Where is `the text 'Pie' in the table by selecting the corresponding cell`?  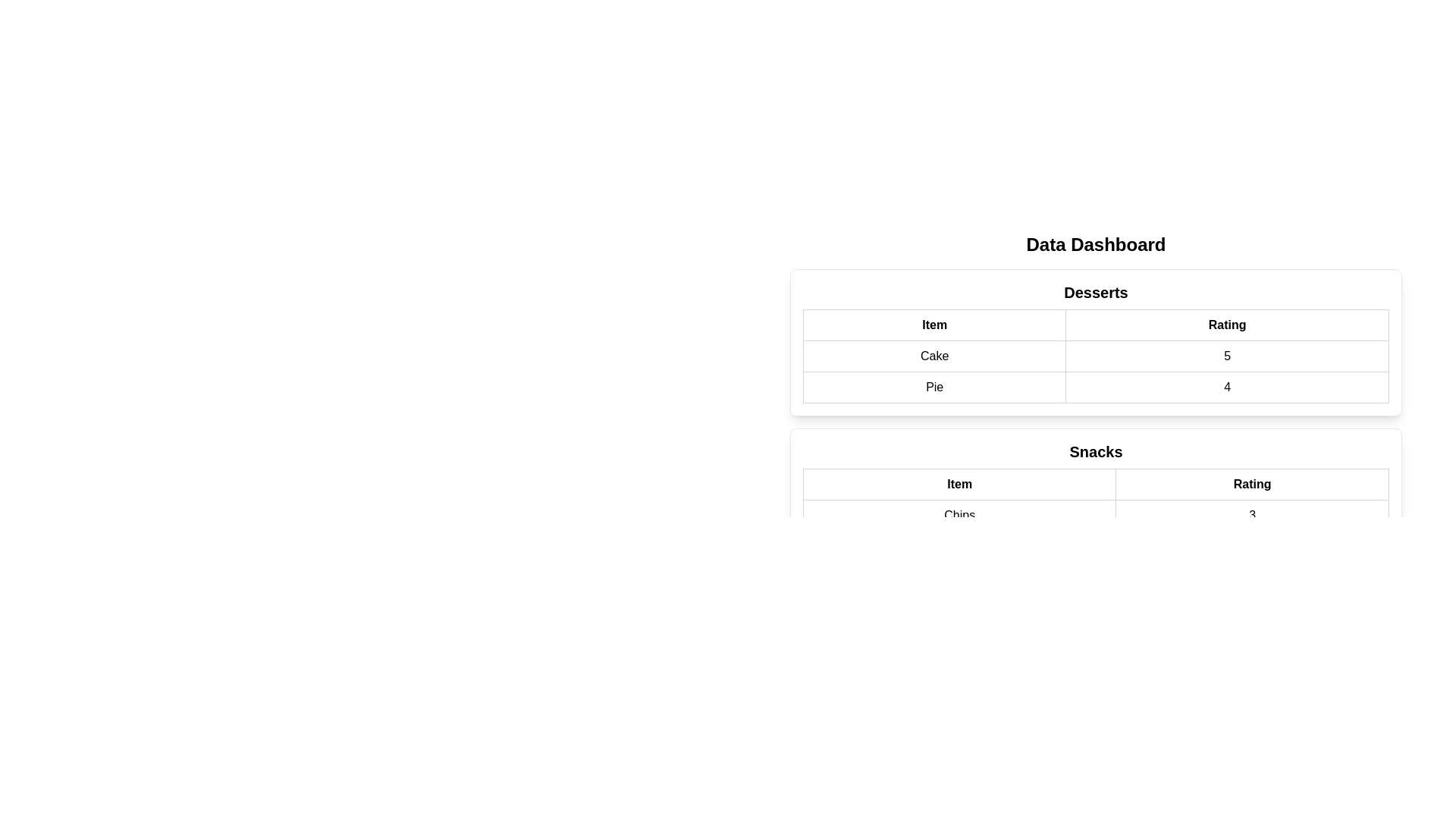 the text 'Pie' in the table by selecting the corresponding cell is located at coordinates (934, 386).